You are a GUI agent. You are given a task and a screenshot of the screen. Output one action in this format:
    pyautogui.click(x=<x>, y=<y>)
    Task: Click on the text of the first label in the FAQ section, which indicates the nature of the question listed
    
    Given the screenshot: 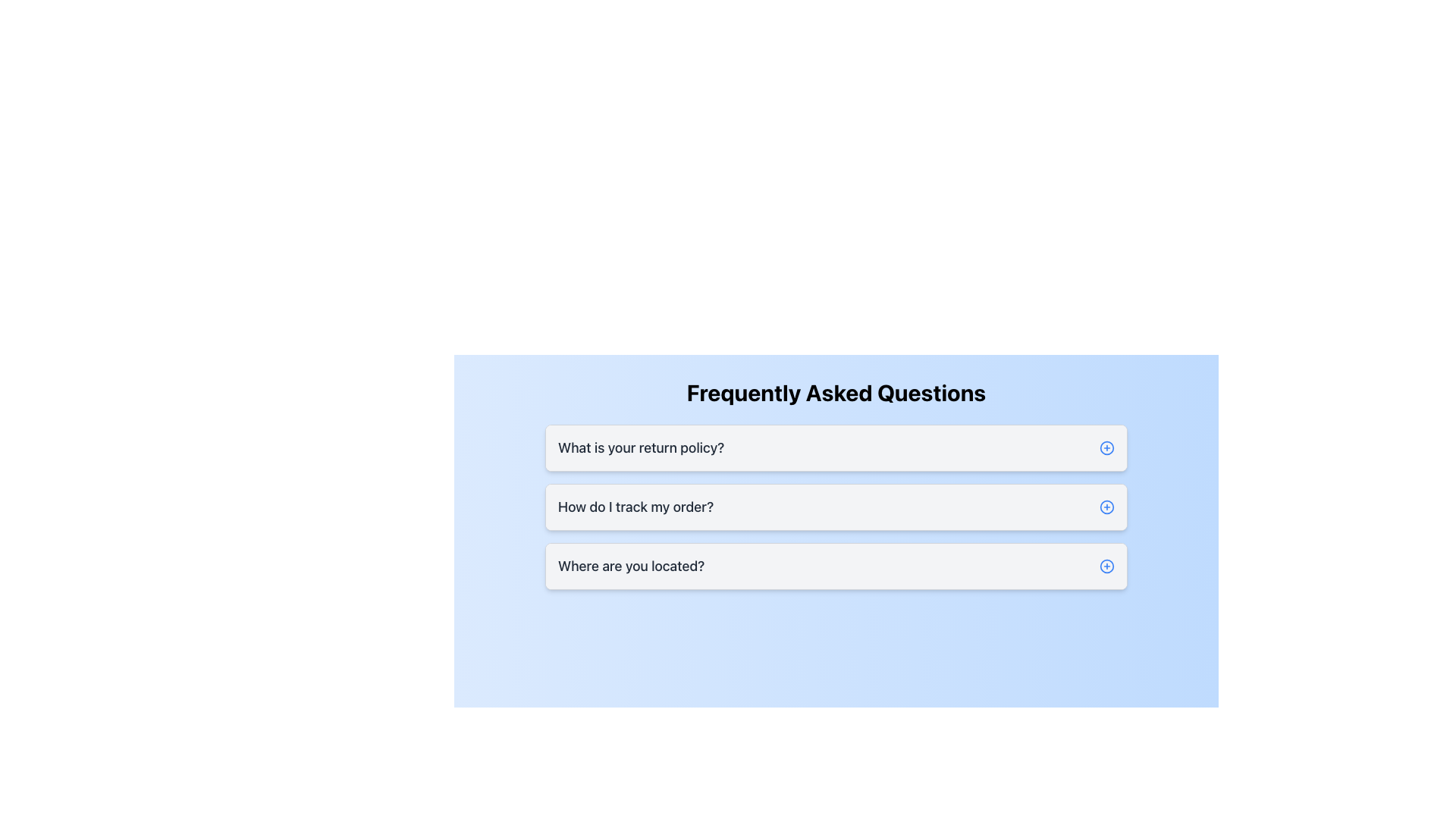 What is the action you would take?
    pyautogui.click(x=641, y=447)
    